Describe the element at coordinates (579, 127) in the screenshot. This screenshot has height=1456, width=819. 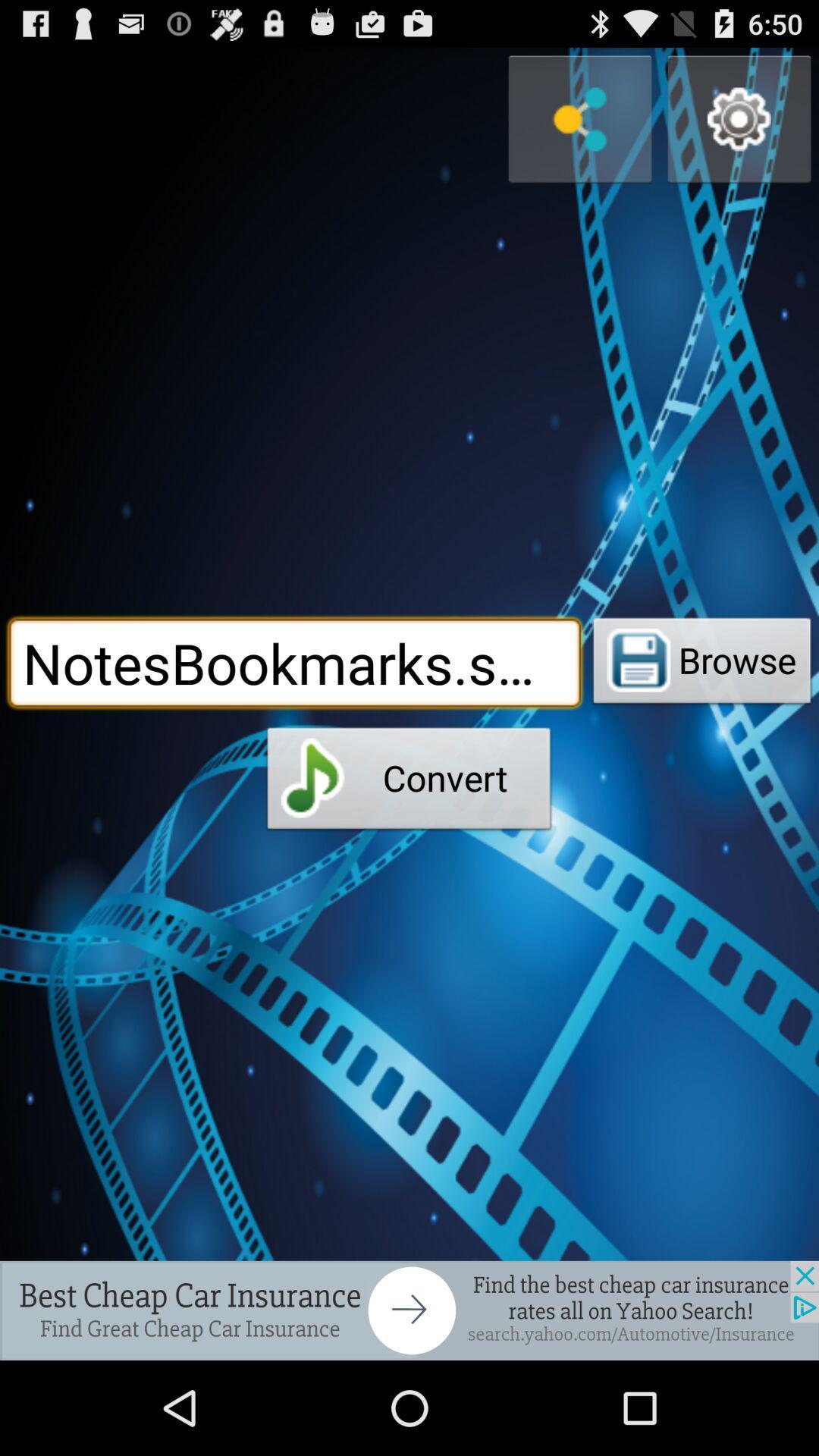
I see `the share icon` at that location.